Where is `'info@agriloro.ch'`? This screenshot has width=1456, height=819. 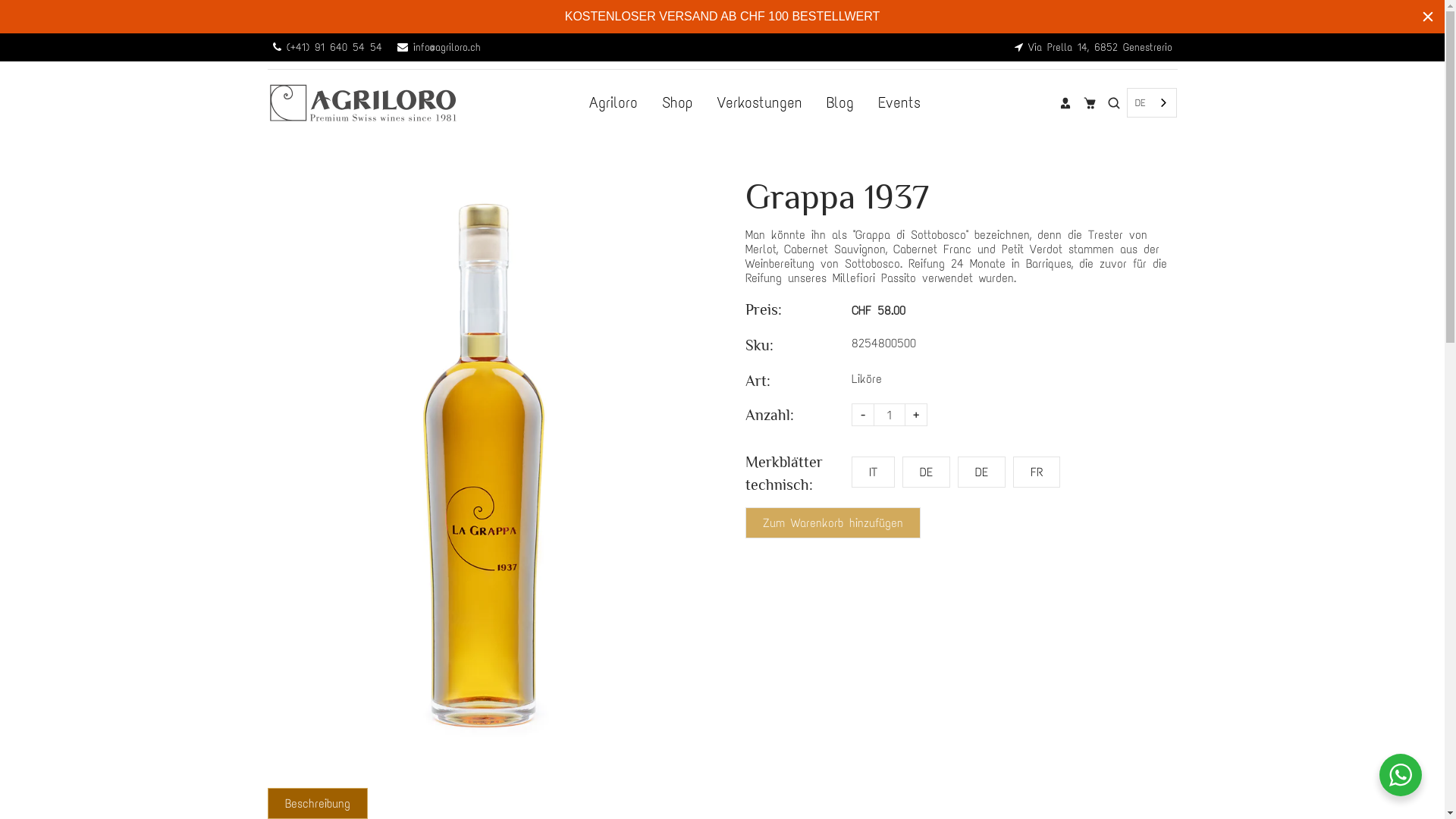 'info@agriloro.ch' is located at coordinates (438, 46).